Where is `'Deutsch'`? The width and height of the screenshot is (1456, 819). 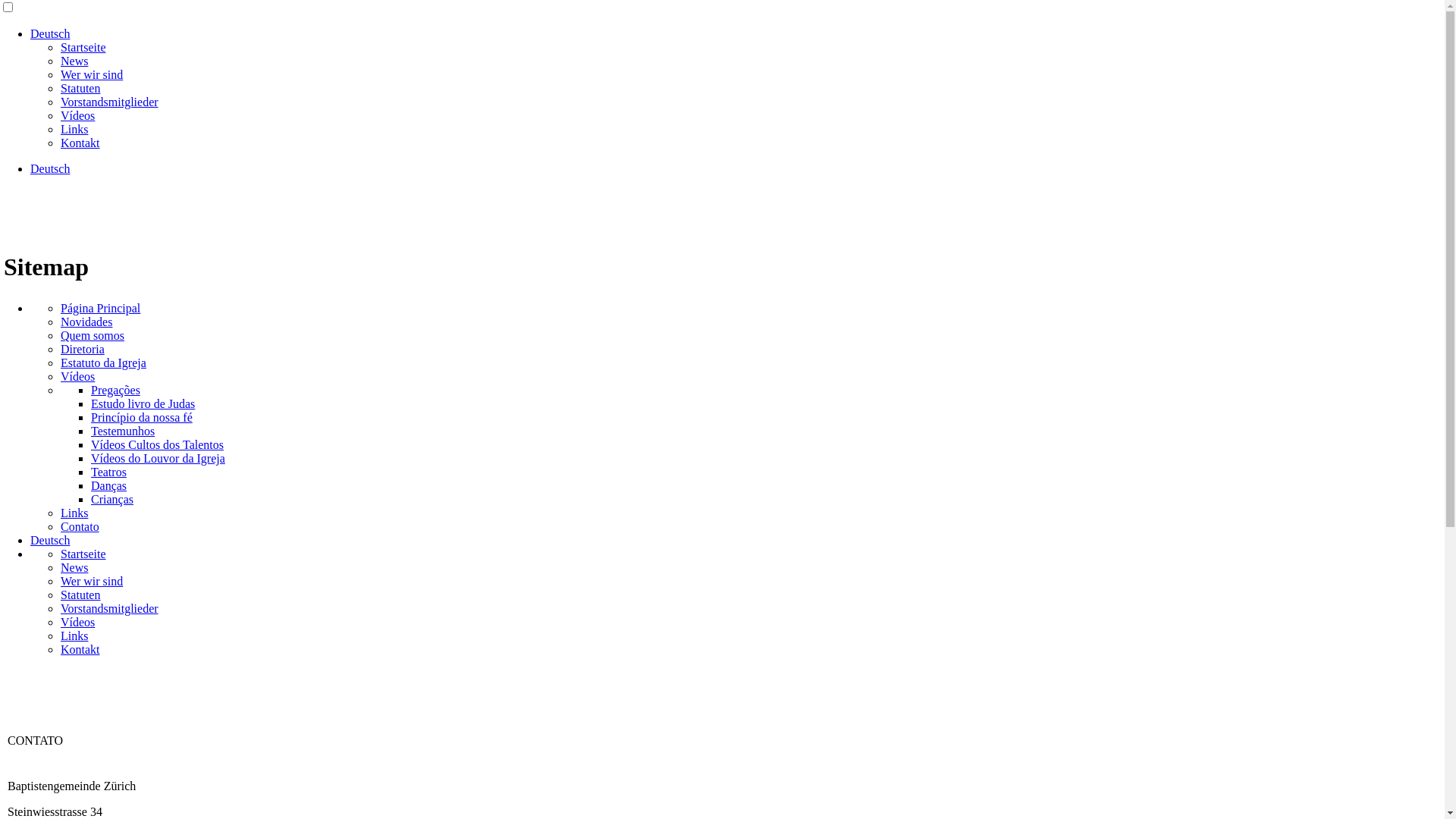
'Deutsch' is located at coordinates (50, 539).